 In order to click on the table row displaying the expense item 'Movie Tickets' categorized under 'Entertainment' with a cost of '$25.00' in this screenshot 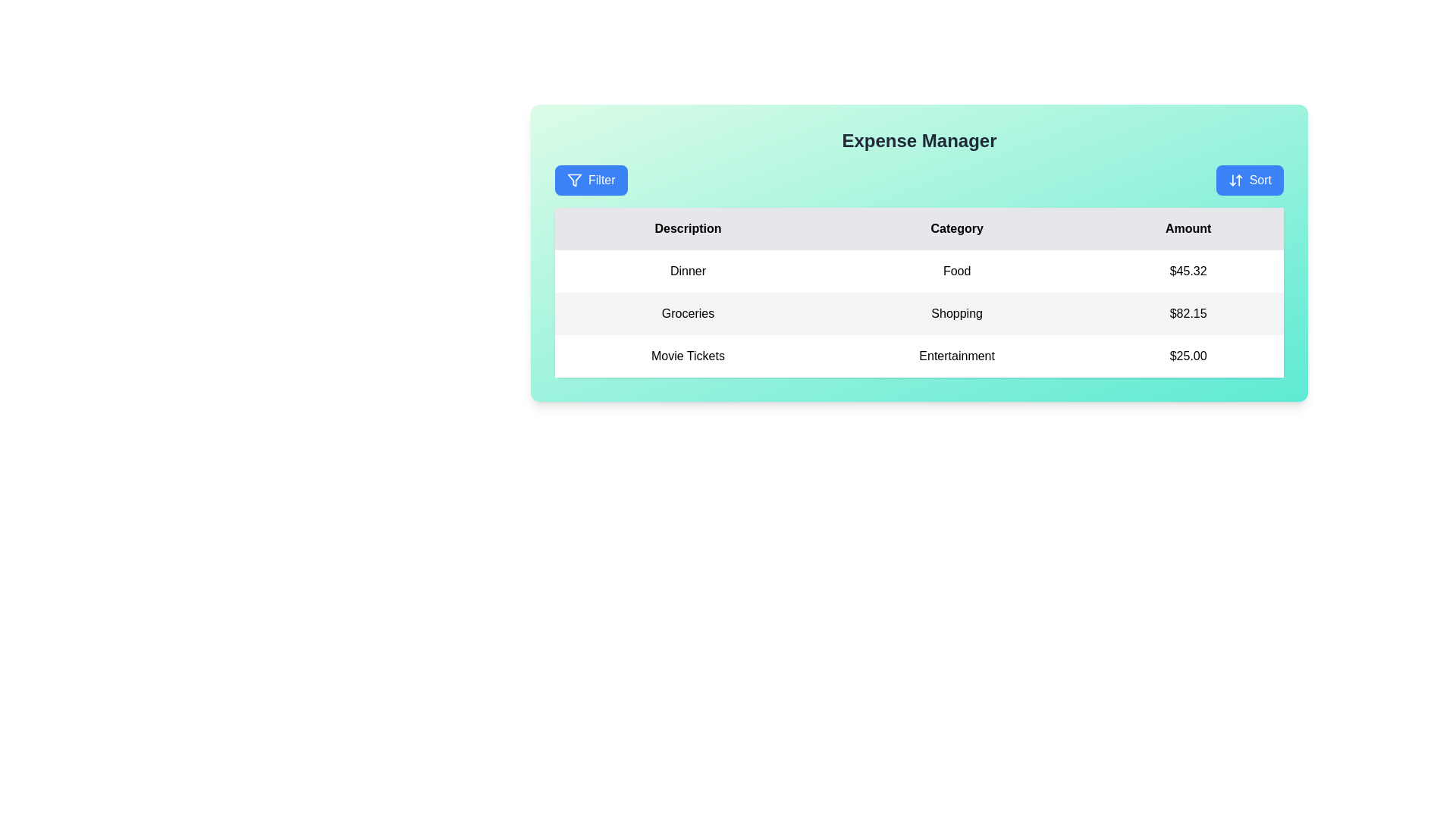, I will do `click(918, 356)`.